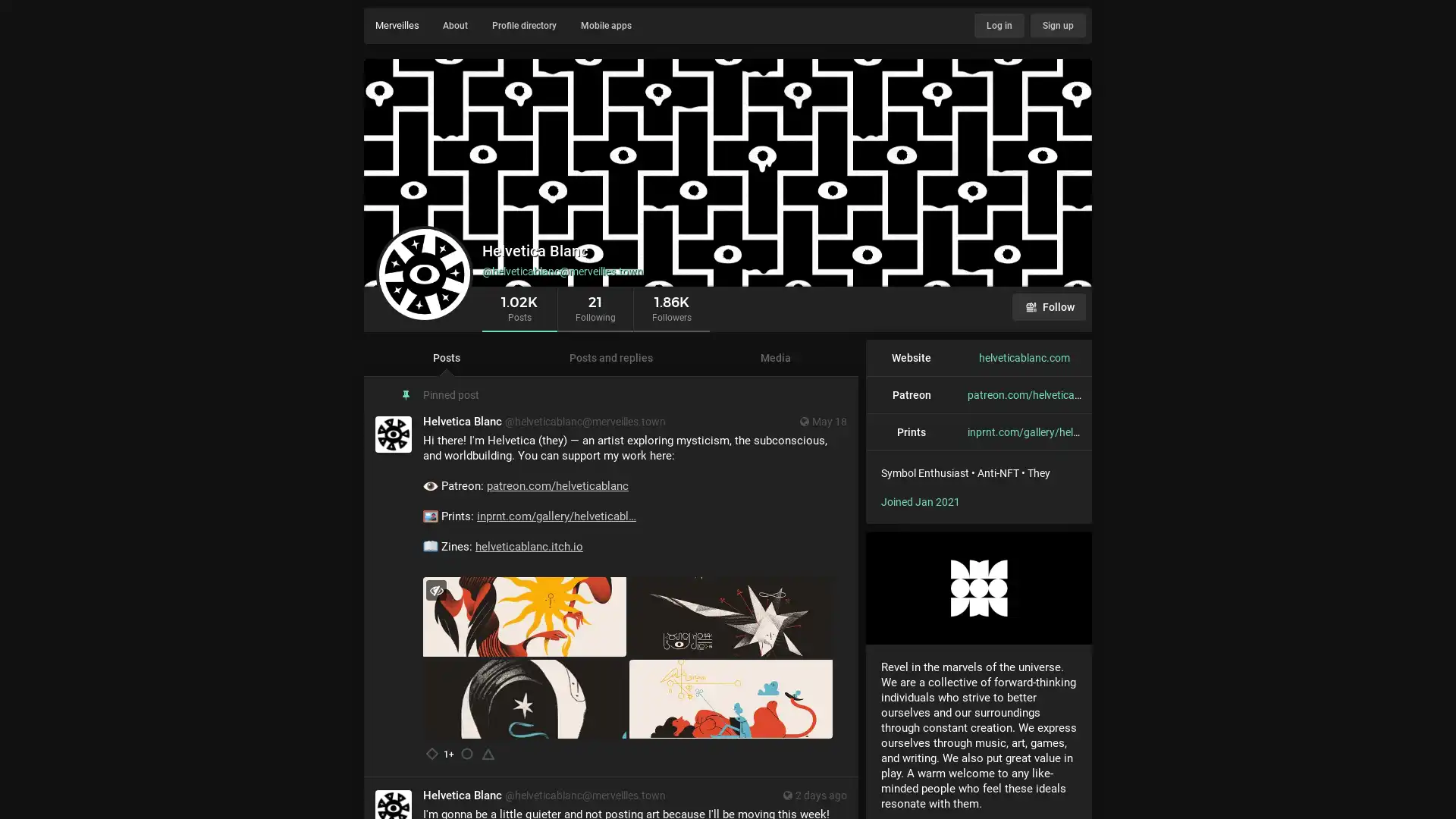  Describe the element at coordinates (435, 589) in the screenshot. I see `Hide images` at that location.